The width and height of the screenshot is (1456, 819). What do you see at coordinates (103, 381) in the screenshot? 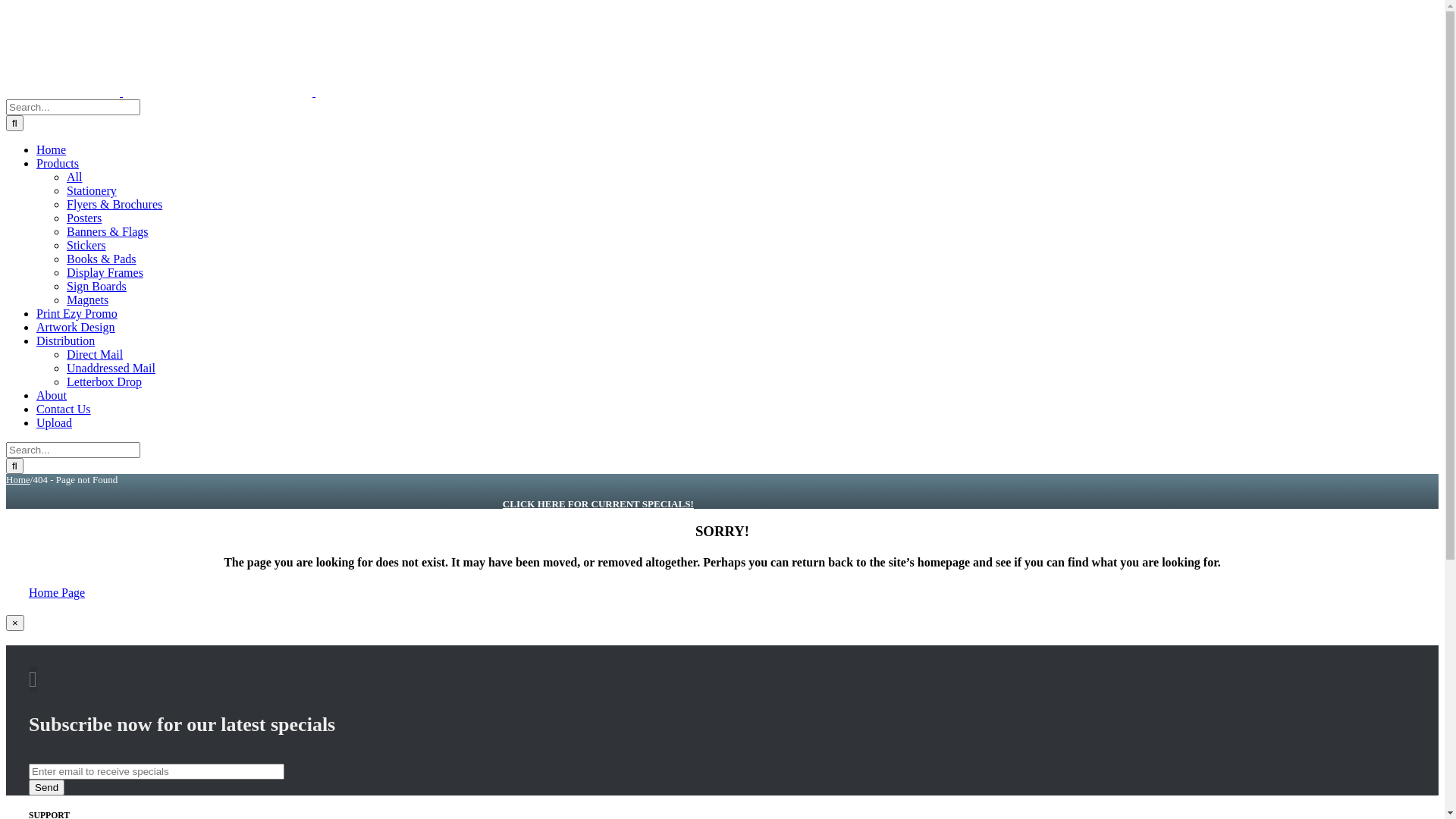
I see `'Letterbox Drop'` at bounding box center [103, 381].